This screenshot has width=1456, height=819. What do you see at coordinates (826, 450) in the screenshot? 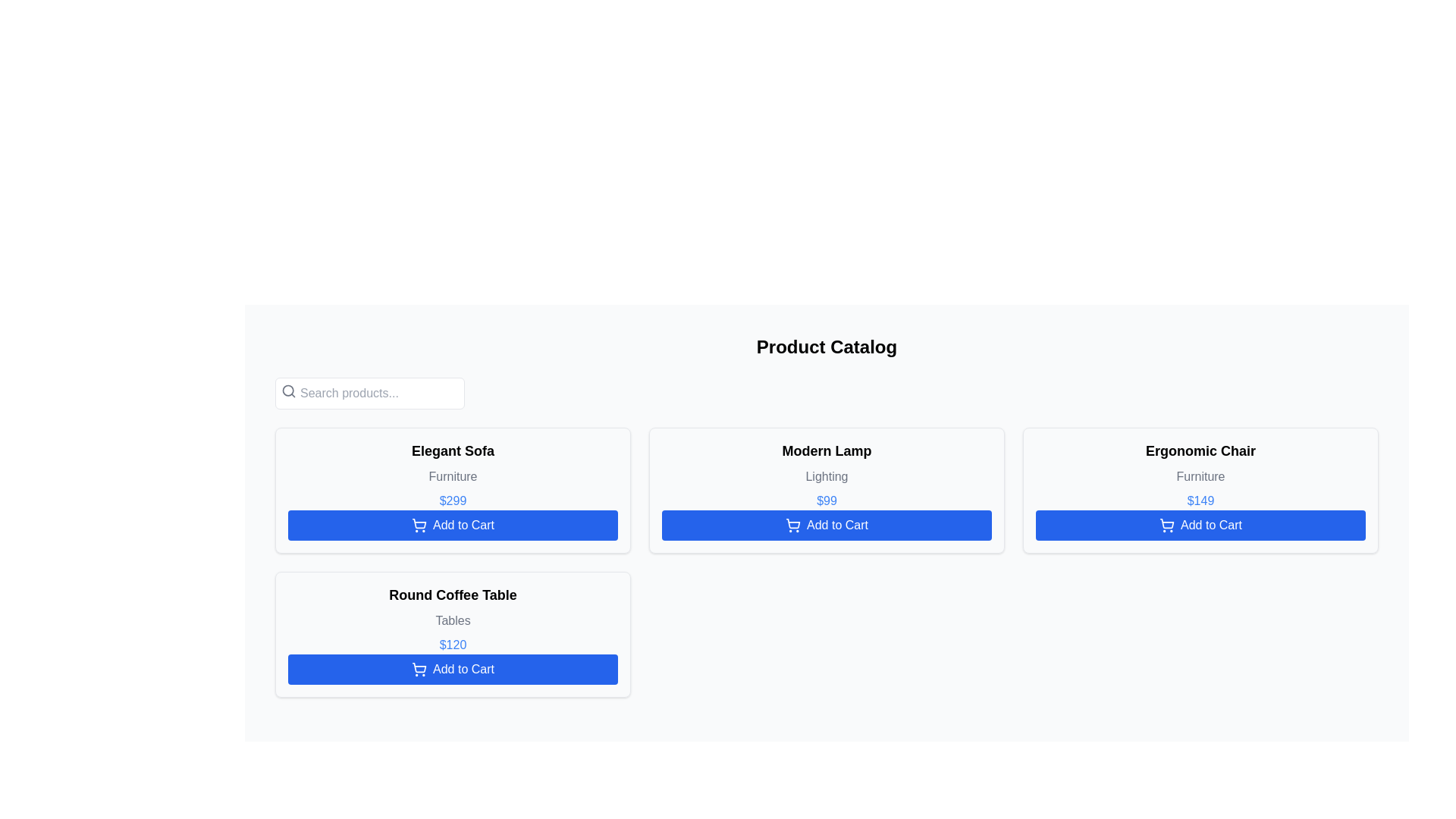
I see `the text 'Modern Lamp' from the text label positioned at the top center of the product card for copying or referencing` at bounding box center [826, 450].